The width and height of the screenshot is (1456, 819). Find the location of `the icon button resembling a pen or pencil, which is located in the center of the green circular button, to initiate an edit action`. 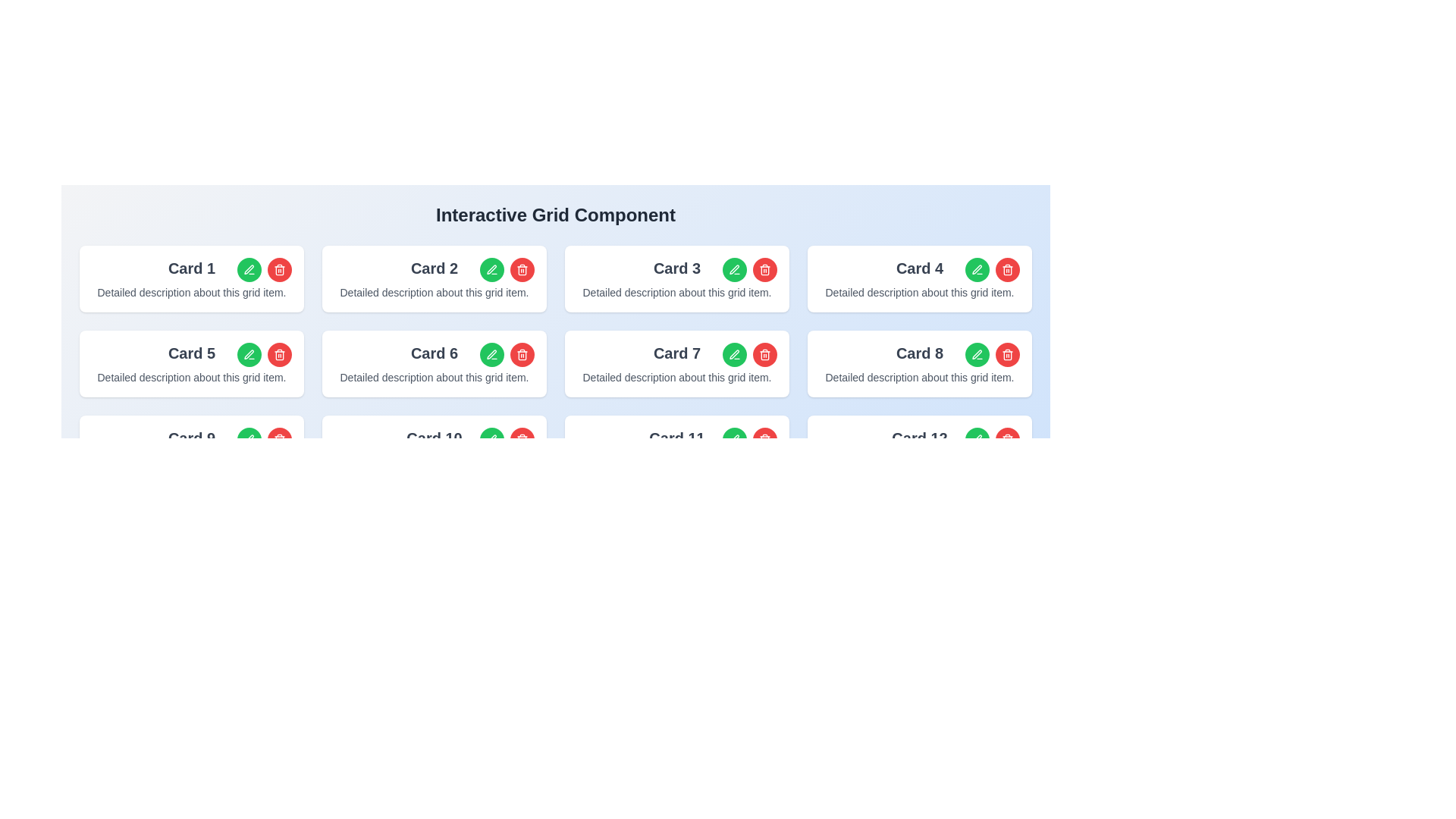

the icon button resembling a pen or pencil, which is located in the center of the green circular button, to initiate an edit action is located at coordinates (735, 268).